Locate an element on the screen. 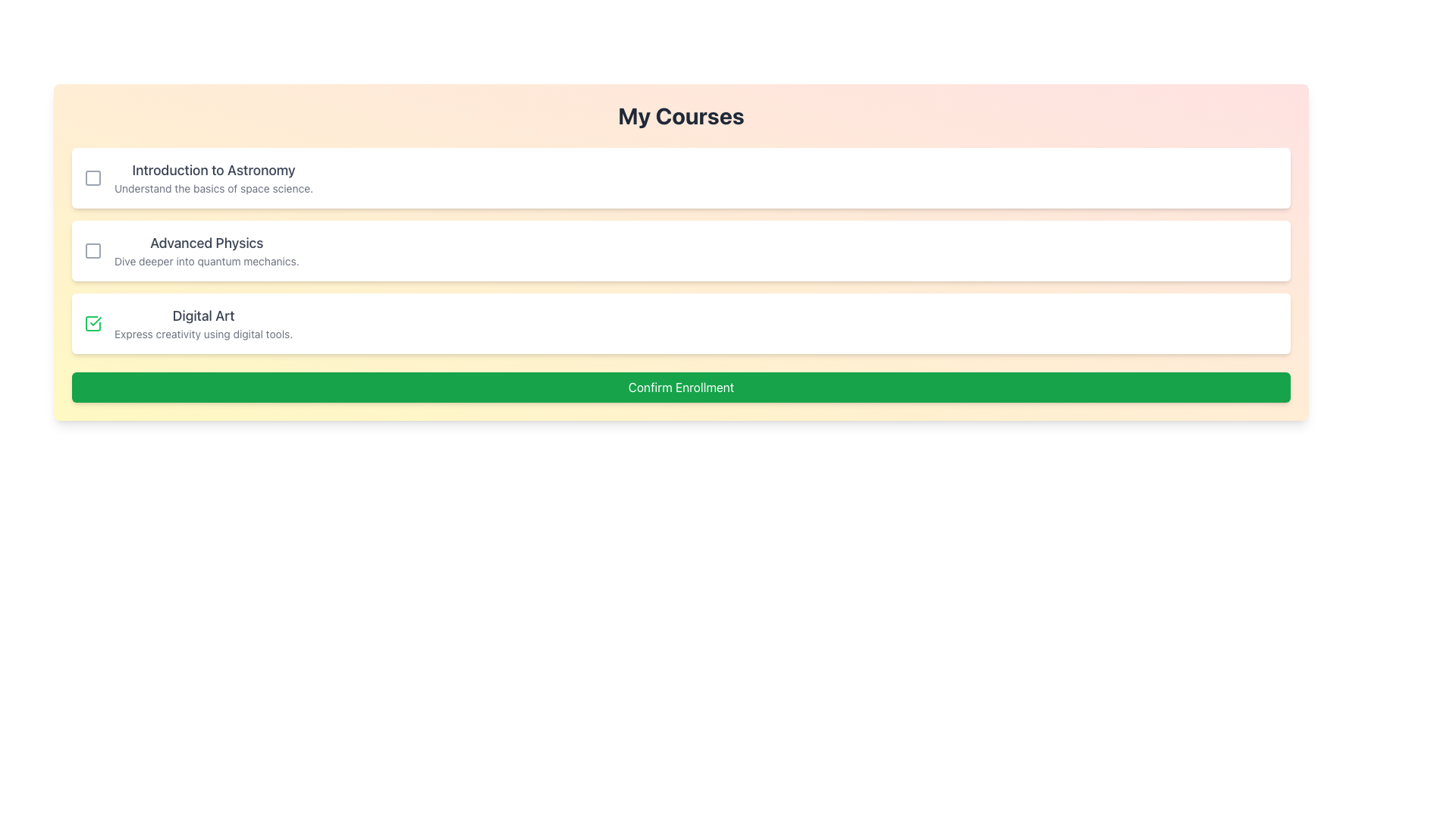 This screenshot has height=819, width=1456. the interactive checkbox positioned next to the title 'Introduction to Astronomy' is located at coordinates (93, 177).